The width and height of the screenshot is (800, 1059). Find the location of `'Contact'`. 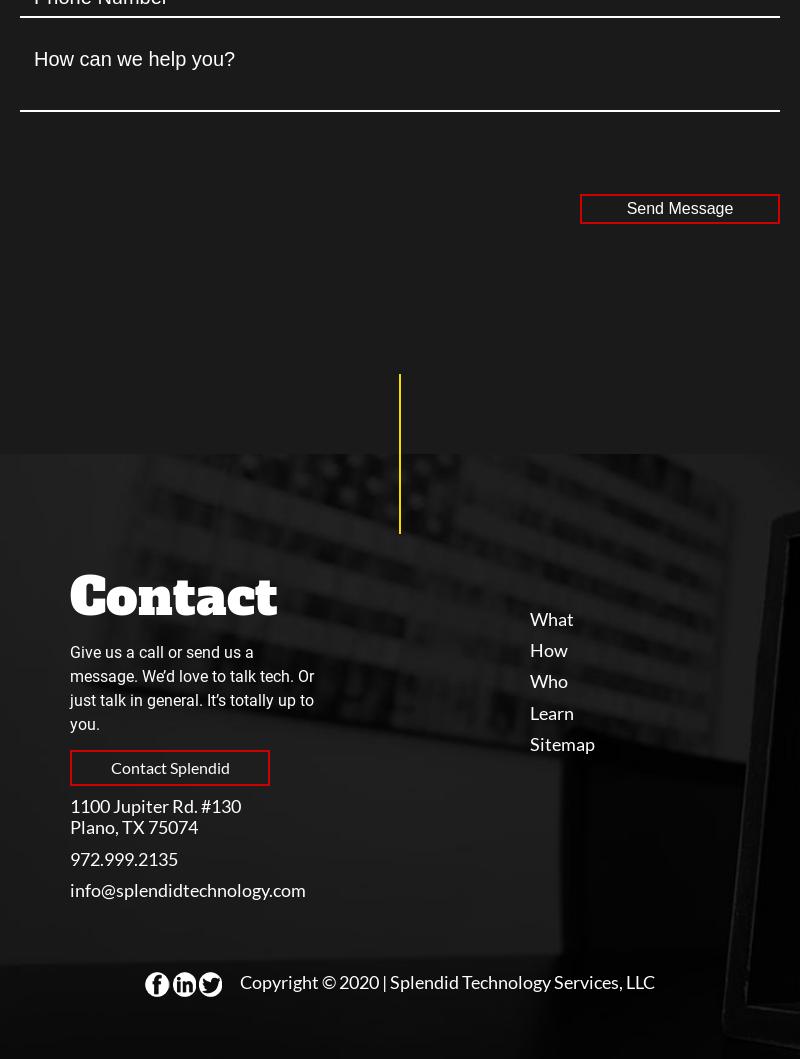

'Contact' is located at coordinates (173, 595).